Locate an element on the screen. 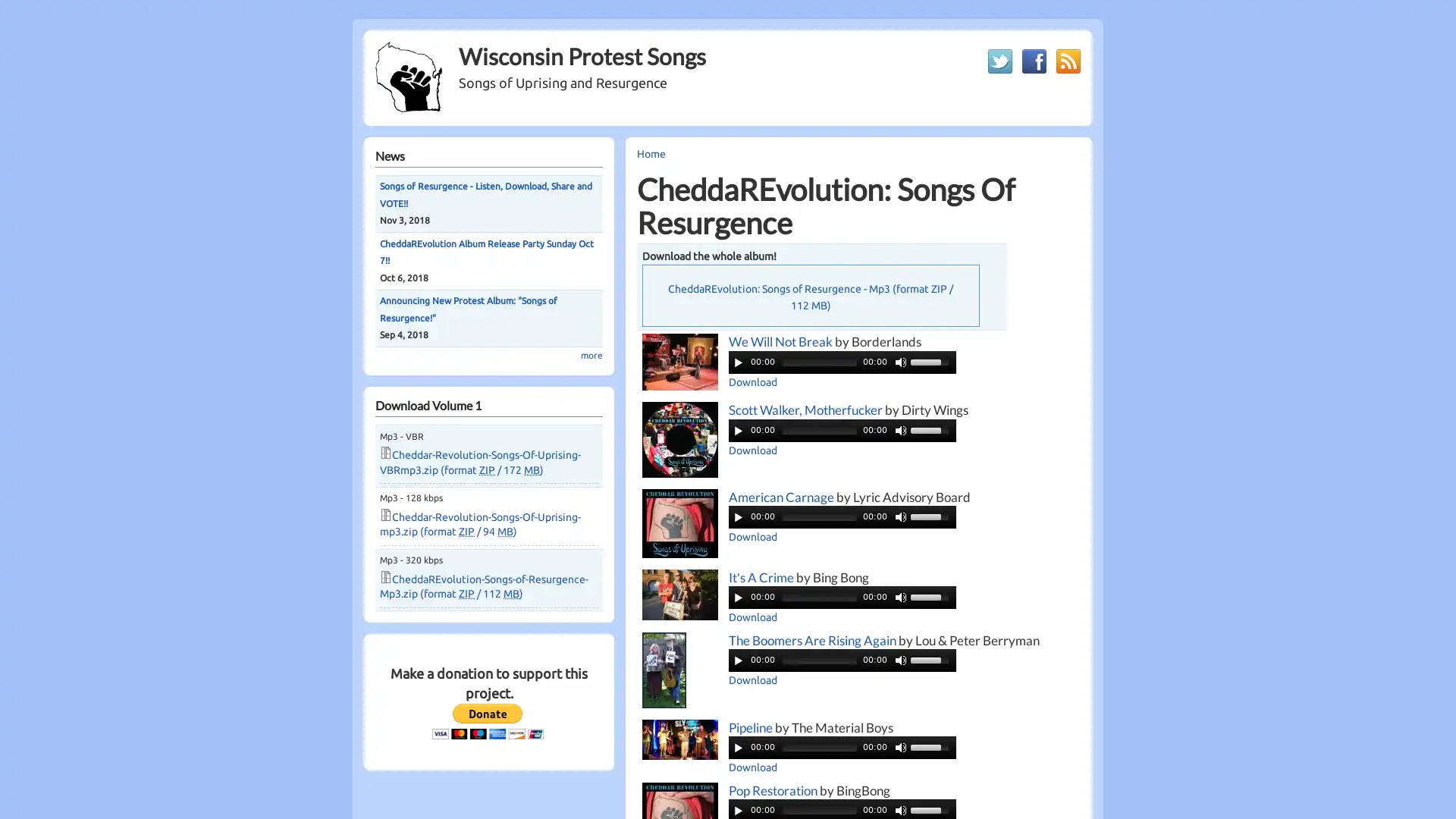  Mute Toggle is located at coordinates (901, 809).